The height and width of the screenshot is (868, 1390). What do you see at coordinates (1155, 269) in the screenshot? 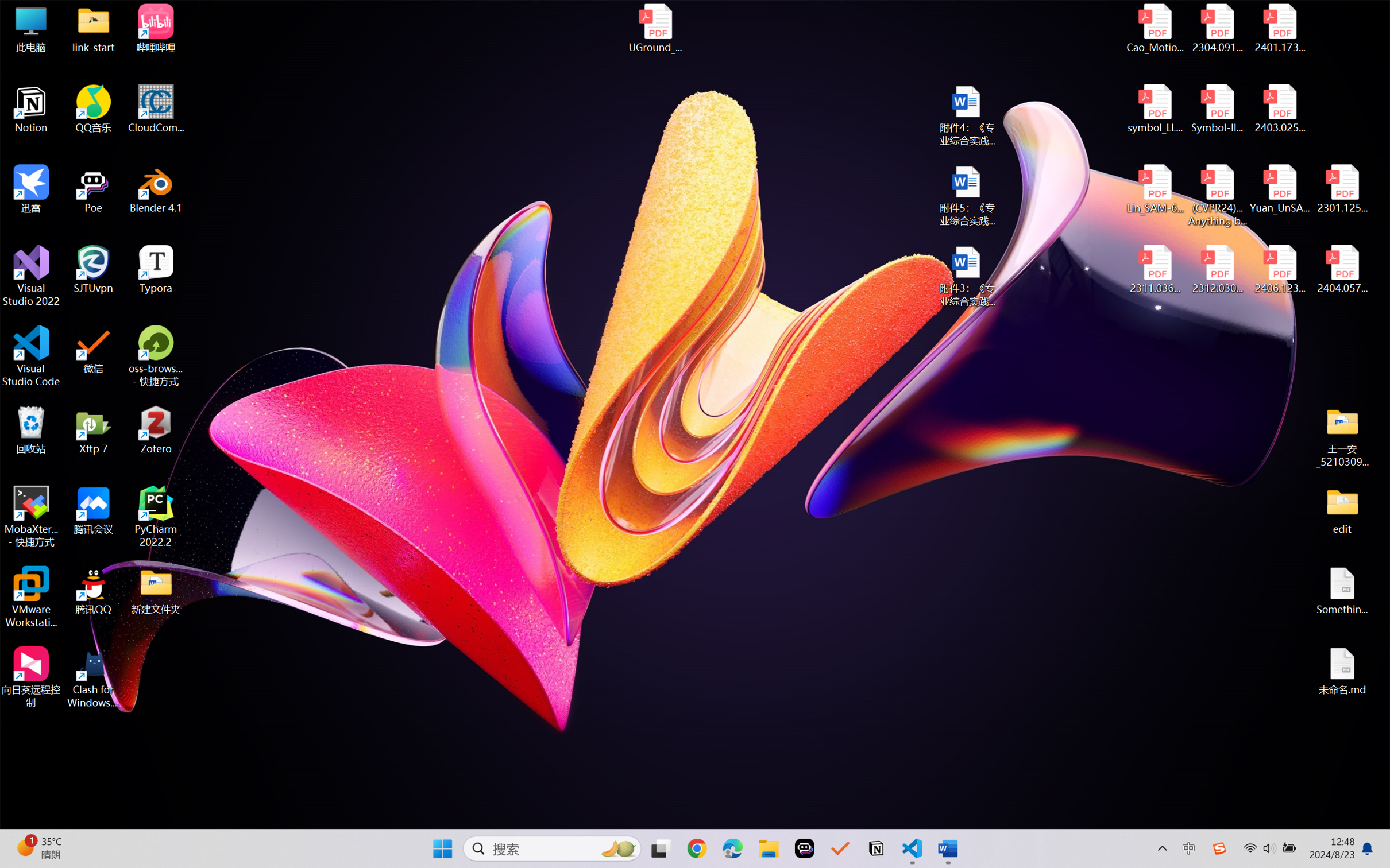
I see `'2311.03658v2.pdf'` at bounding box center [1155, 269].